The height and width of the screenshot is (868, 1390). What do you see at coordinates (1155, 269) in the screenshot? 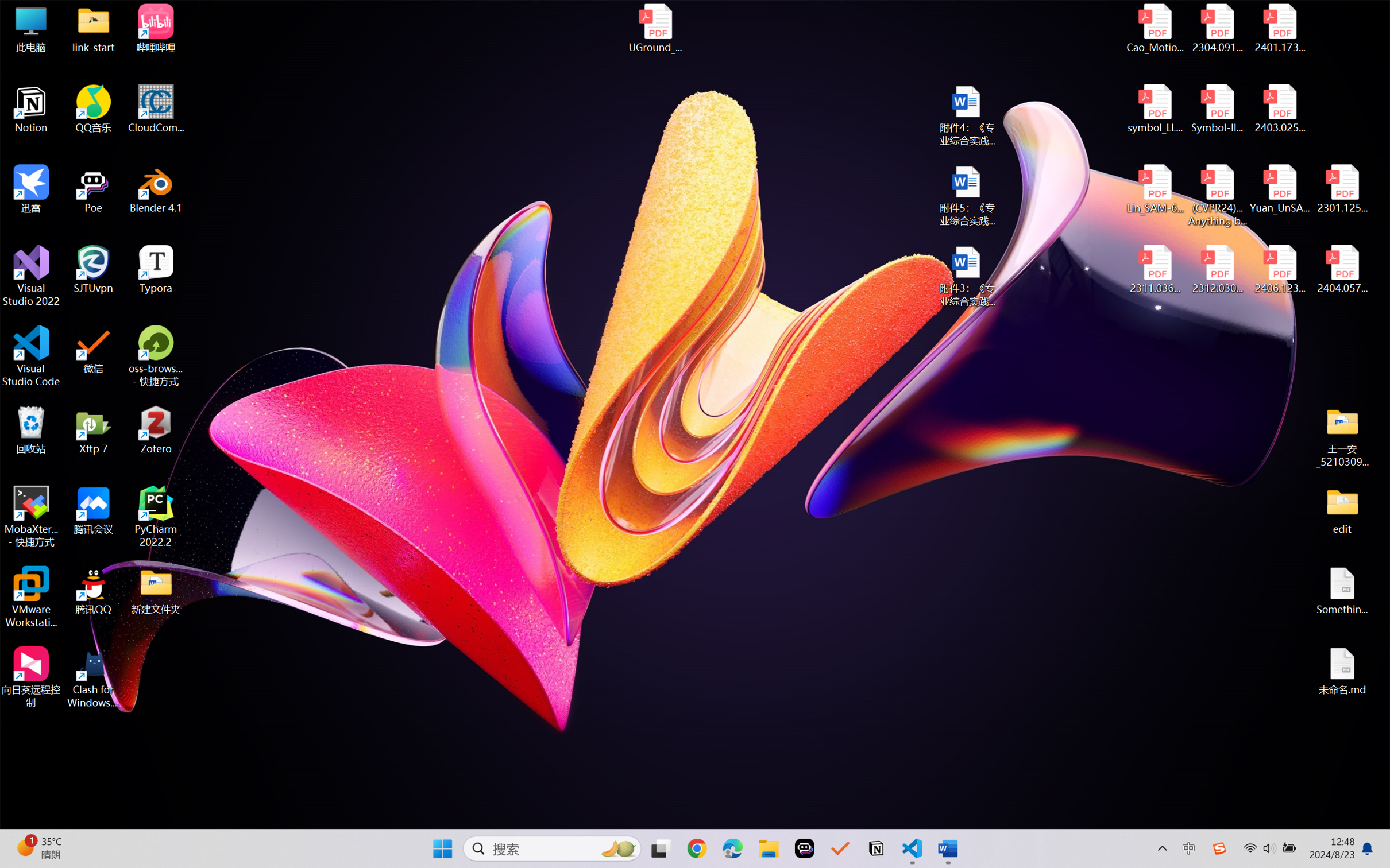
I see `'2311.03658v2.pdf'` at bounding box center [1155, 269].